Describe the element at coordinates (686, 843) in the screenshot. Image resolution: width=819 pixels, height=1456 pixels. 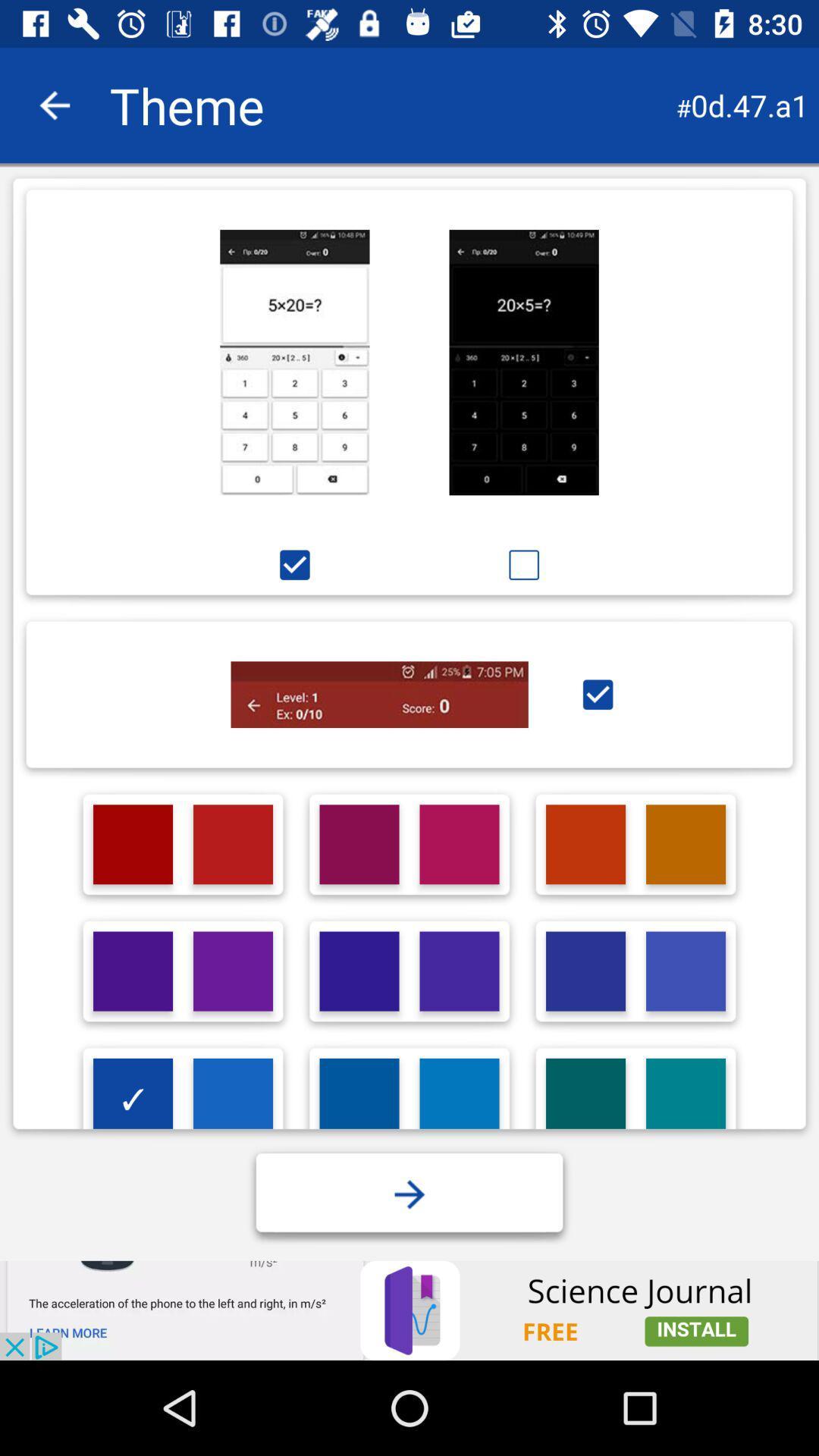
I see `click on theme` at that location.